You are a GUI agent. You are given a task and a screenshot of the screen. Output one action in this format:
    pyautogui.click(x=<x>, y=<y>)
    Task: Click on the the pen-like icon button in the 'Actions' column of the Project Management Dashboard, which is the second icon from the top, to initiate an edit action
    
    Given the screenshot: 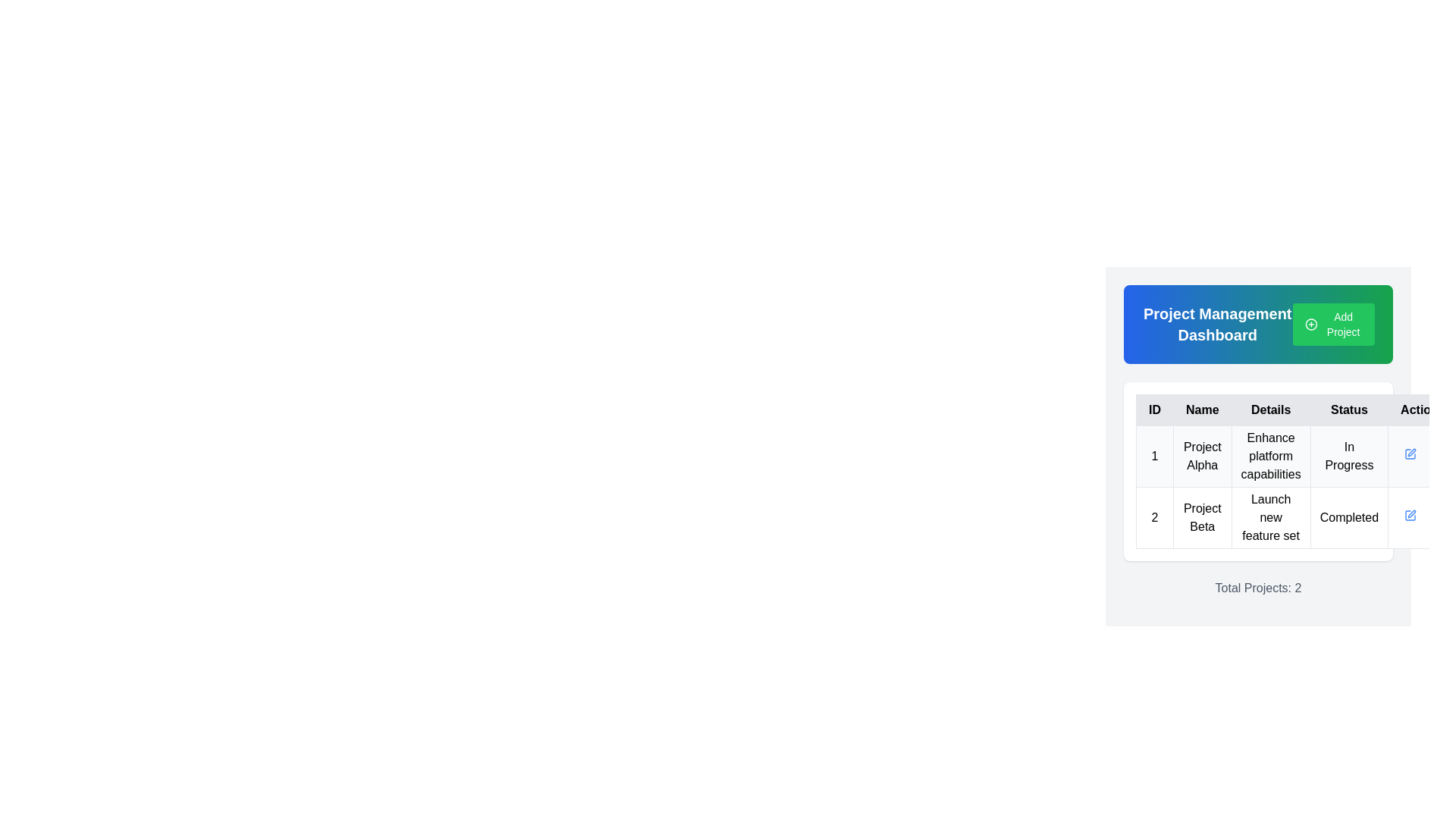 What is the action you would take?
    pyautogui.click(x=1411, y=452)
    